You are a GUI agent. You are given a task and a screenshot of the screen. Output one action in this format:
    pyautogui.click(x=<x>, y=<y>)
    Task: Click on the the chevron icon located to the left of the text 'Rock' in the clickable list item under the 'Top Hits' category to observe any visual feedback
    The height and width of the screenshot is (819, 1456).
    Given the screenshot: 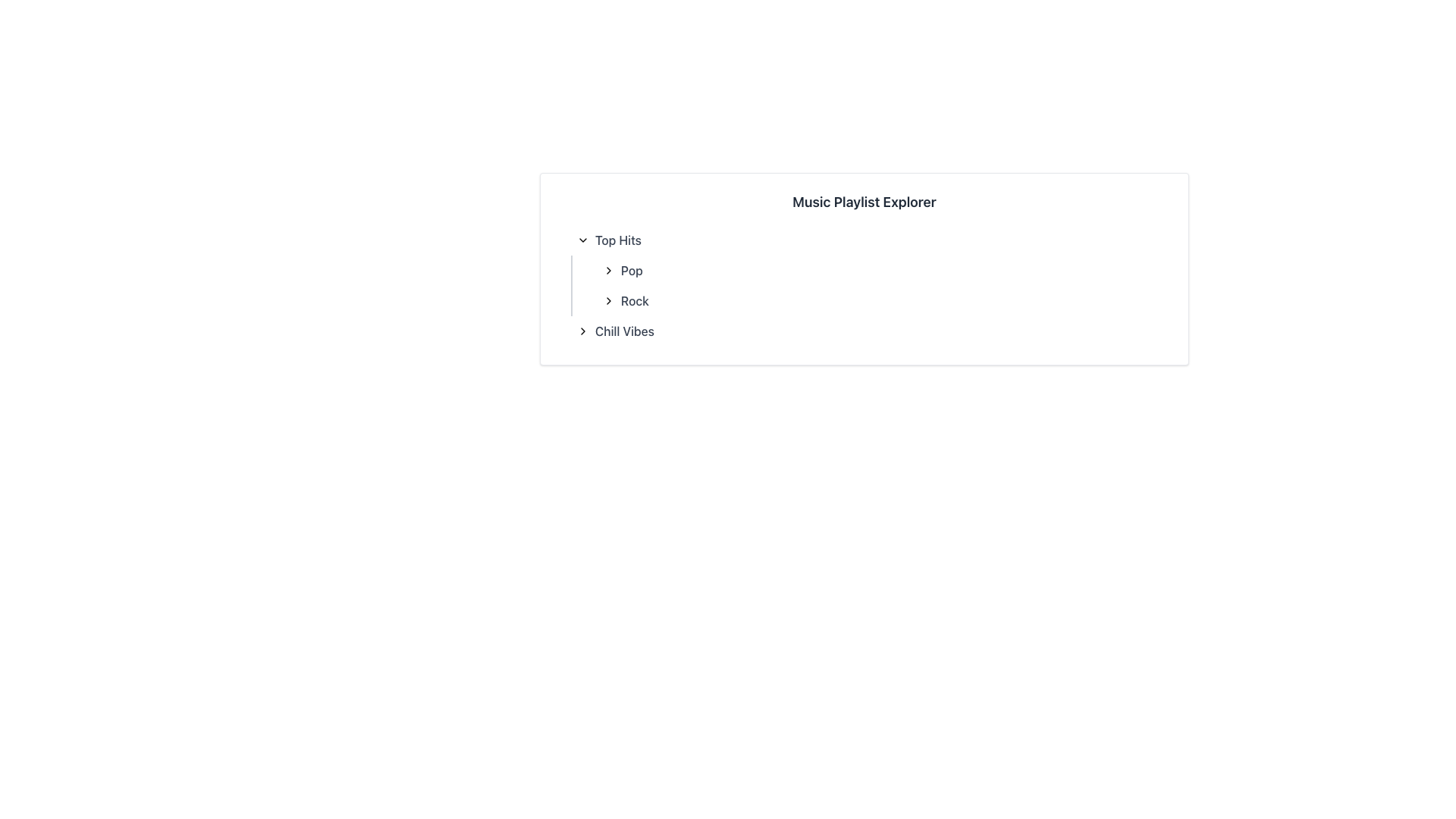 What is the action you would take?
    pyautogui.click(x=608, y=301)
    